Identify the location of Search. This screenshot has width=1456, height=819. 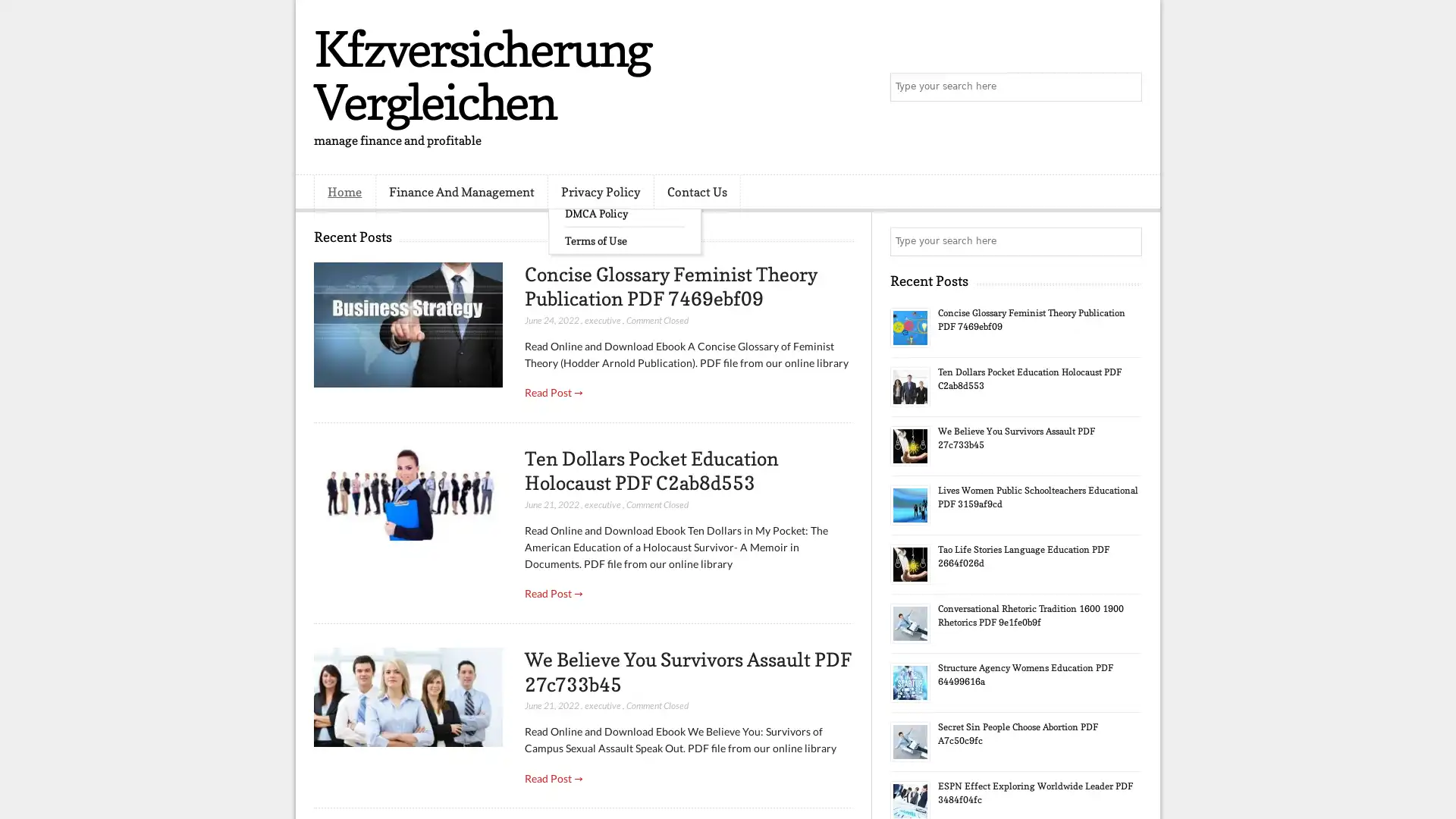
(1126, 87).